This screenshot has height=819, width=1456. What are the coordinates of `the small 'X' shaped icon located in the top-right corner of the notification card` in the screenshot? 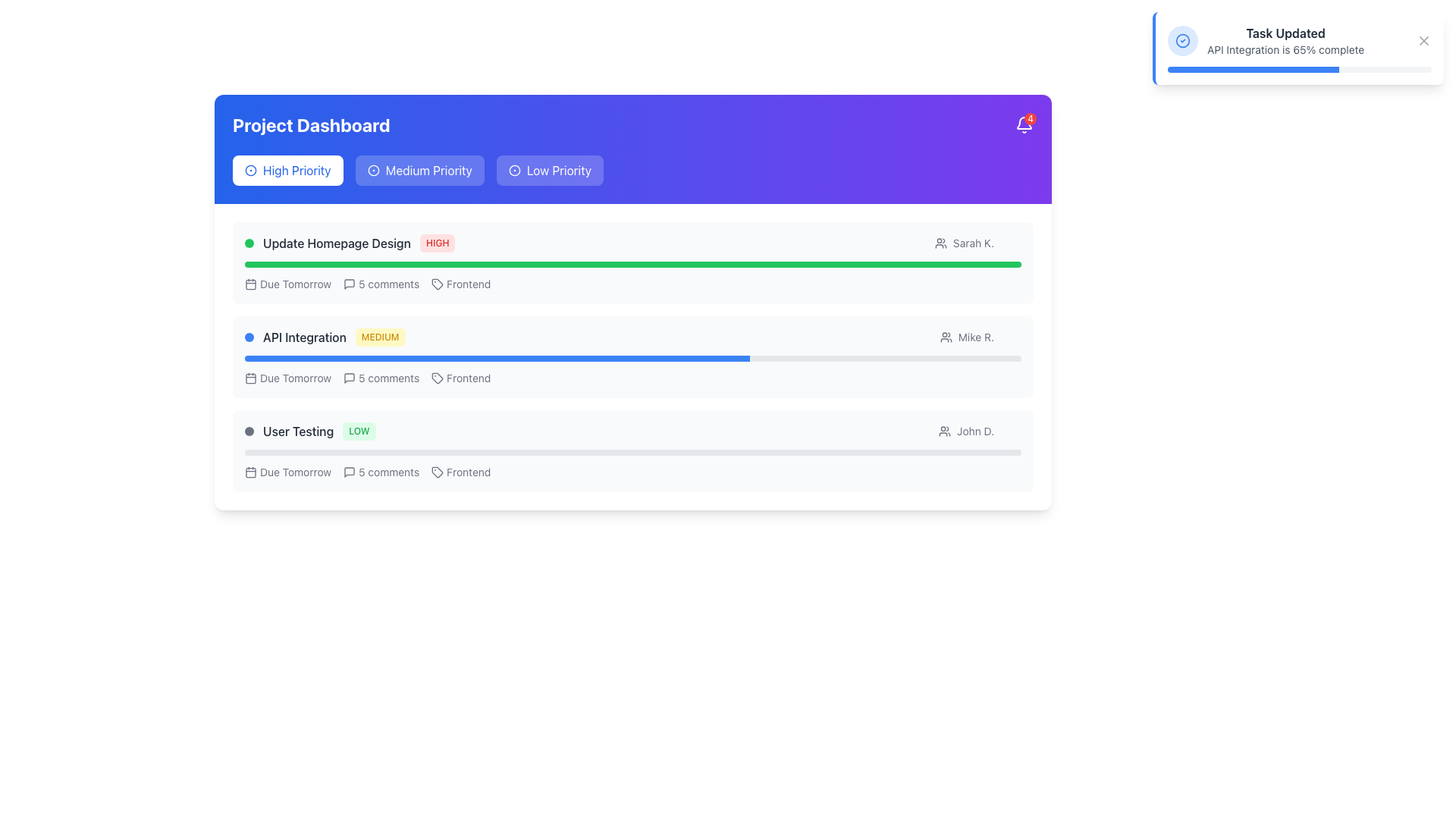 It's located at (1423, 40).